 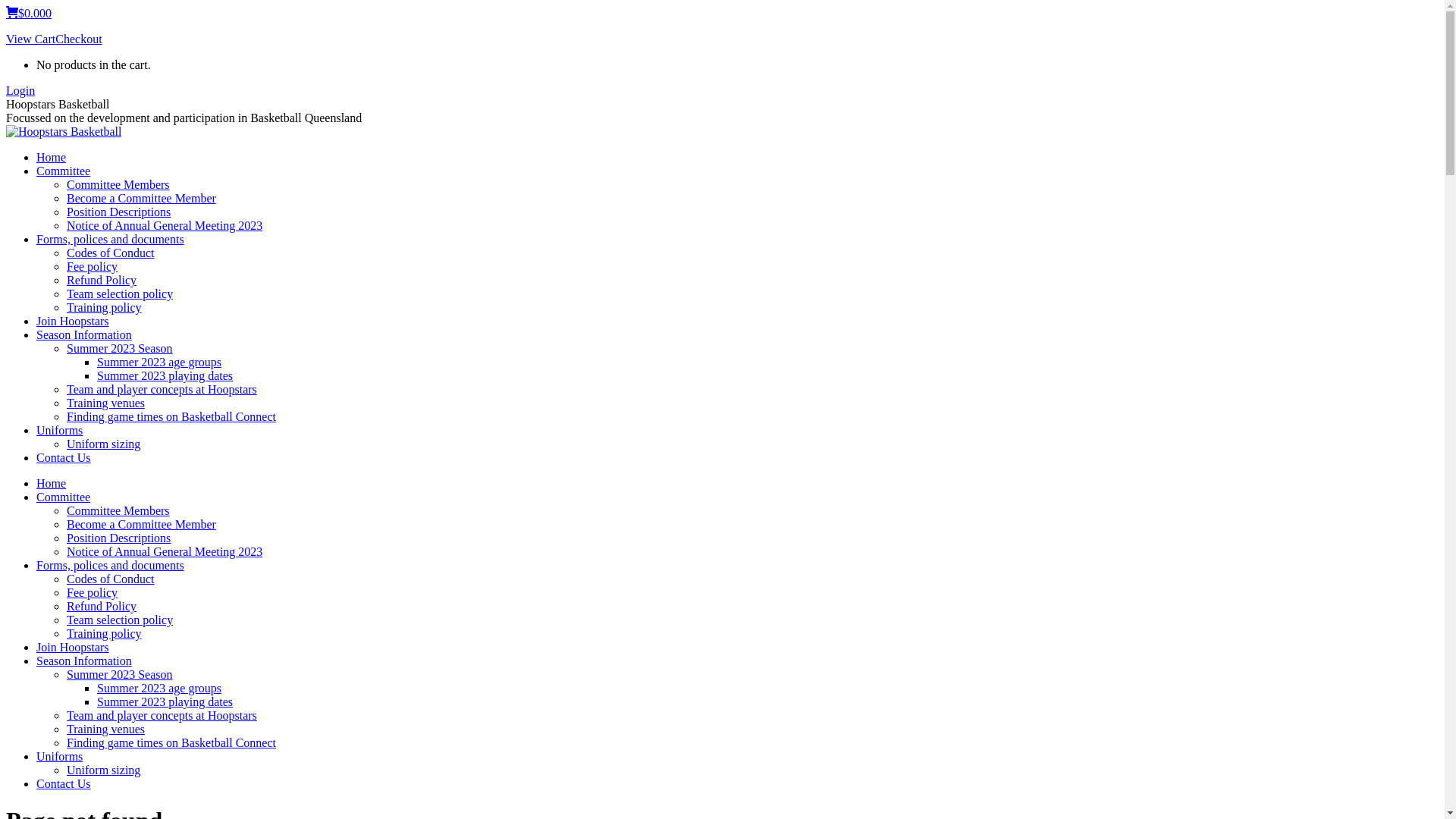 I want to click on 'Finding game times on Basketball Connect', so click(x=171, y=742).